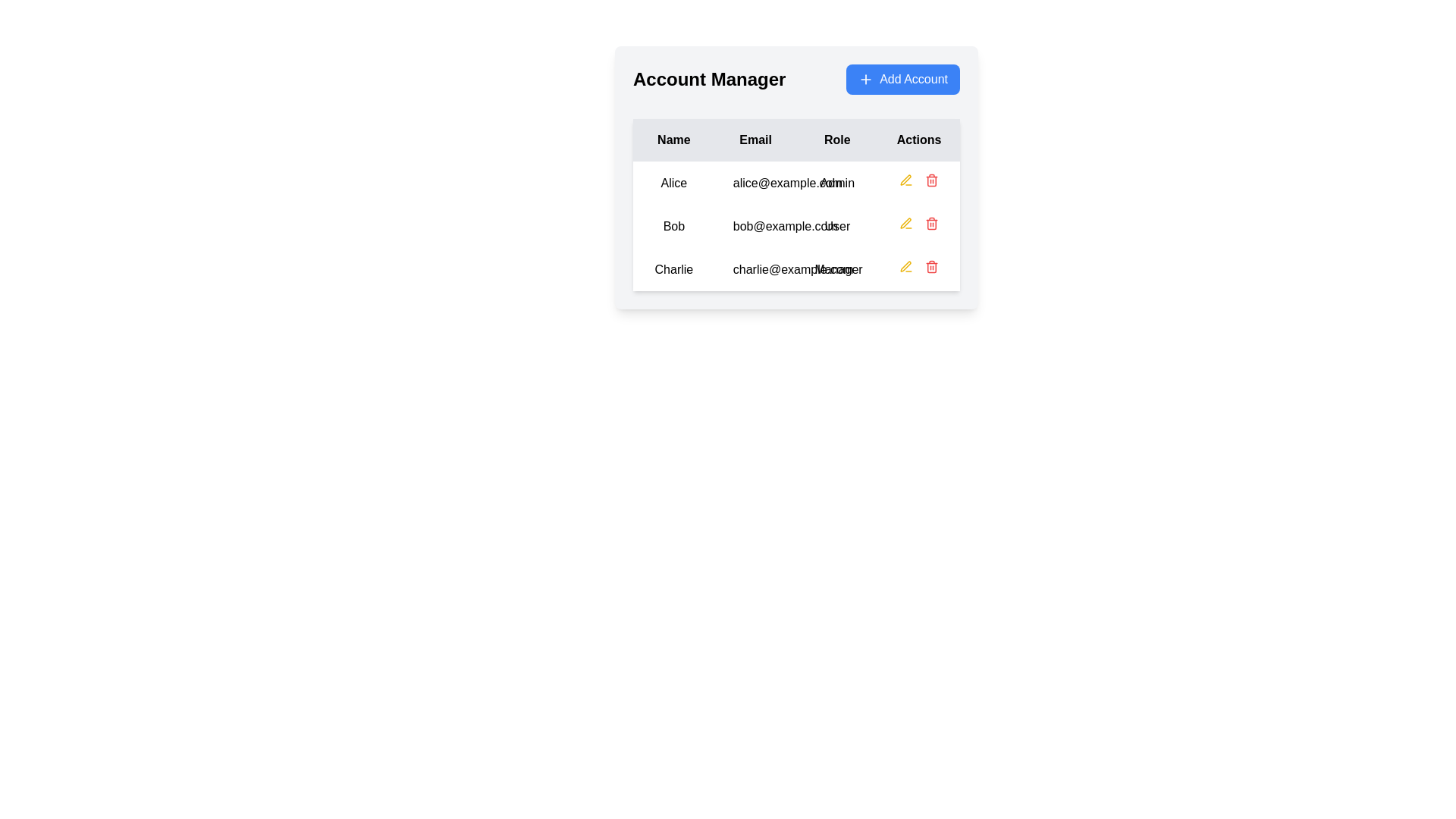  Describe the element at coordinates (866, 79) in the screenshot. I see `the '+' icon that is styled with rounded edges and has a blue background, located near the left side of the 'Add Account' button` at that location.